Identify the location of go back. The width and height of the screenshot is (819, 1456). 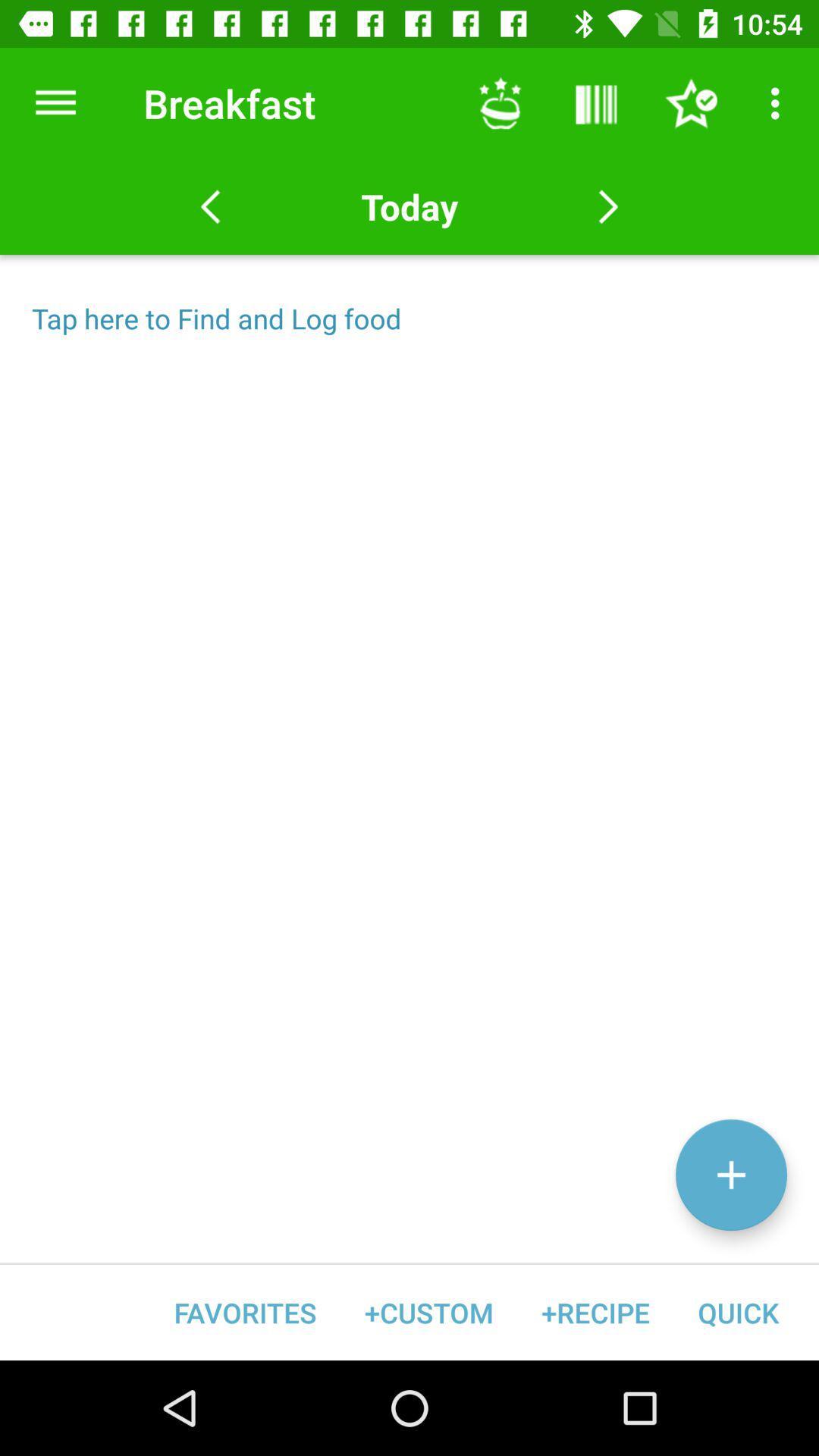
(210, 206).